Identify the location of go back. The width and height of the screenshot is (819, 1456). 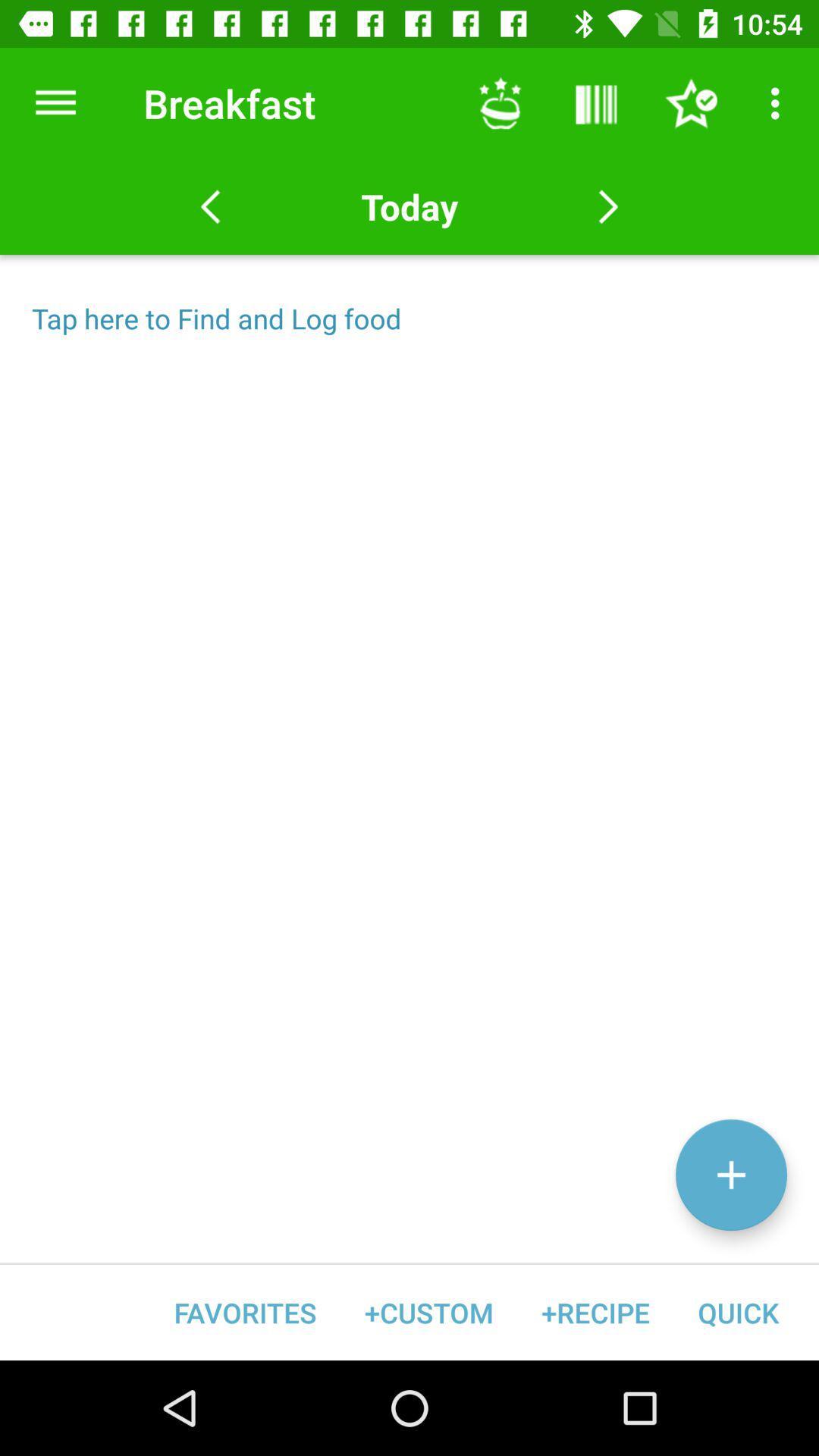
(210, 206).